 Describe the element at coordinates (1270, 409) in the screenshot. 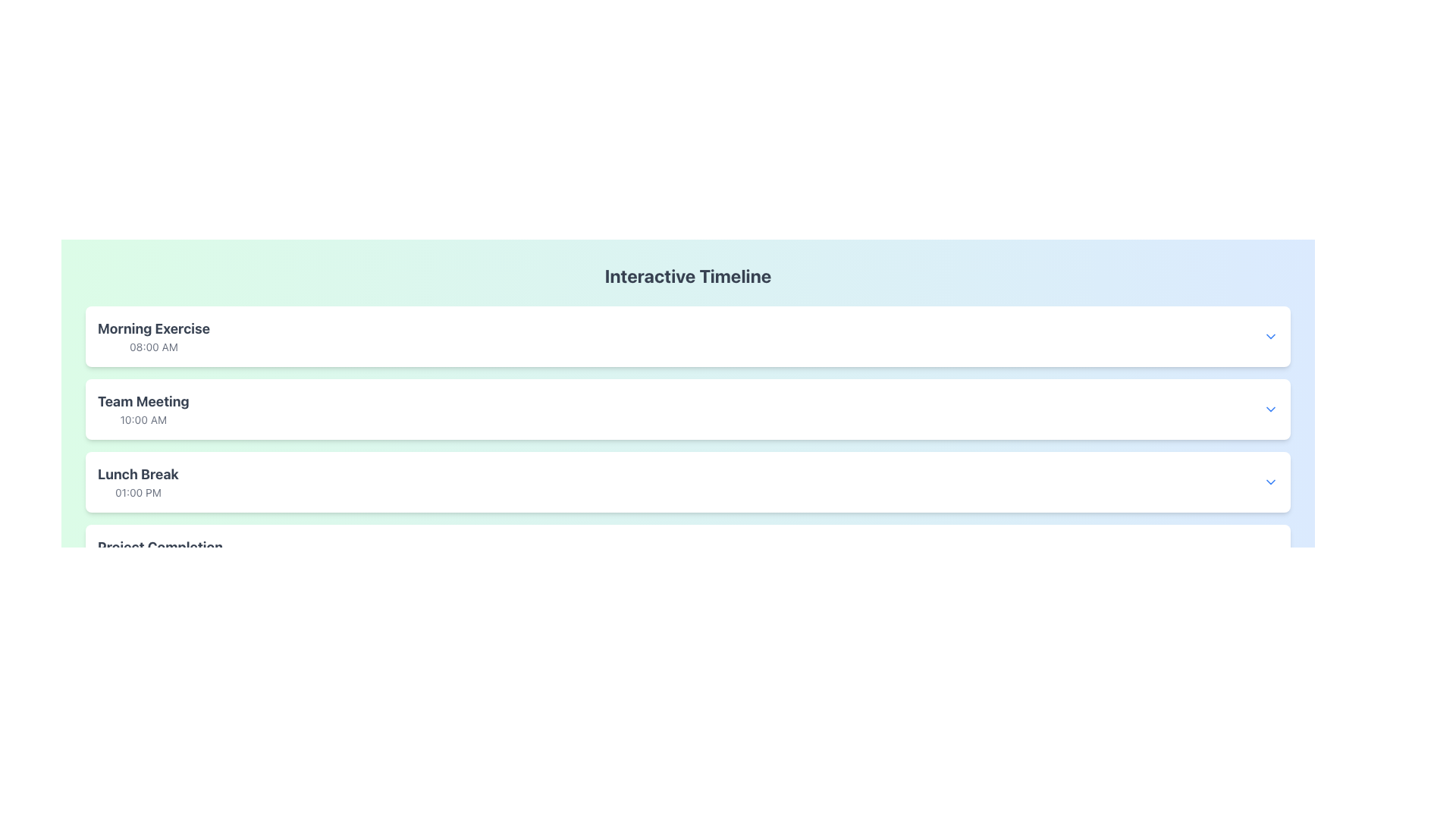

I see `the Dropdown icon located to the far-right of the 'Team Meeting' section` at that location.